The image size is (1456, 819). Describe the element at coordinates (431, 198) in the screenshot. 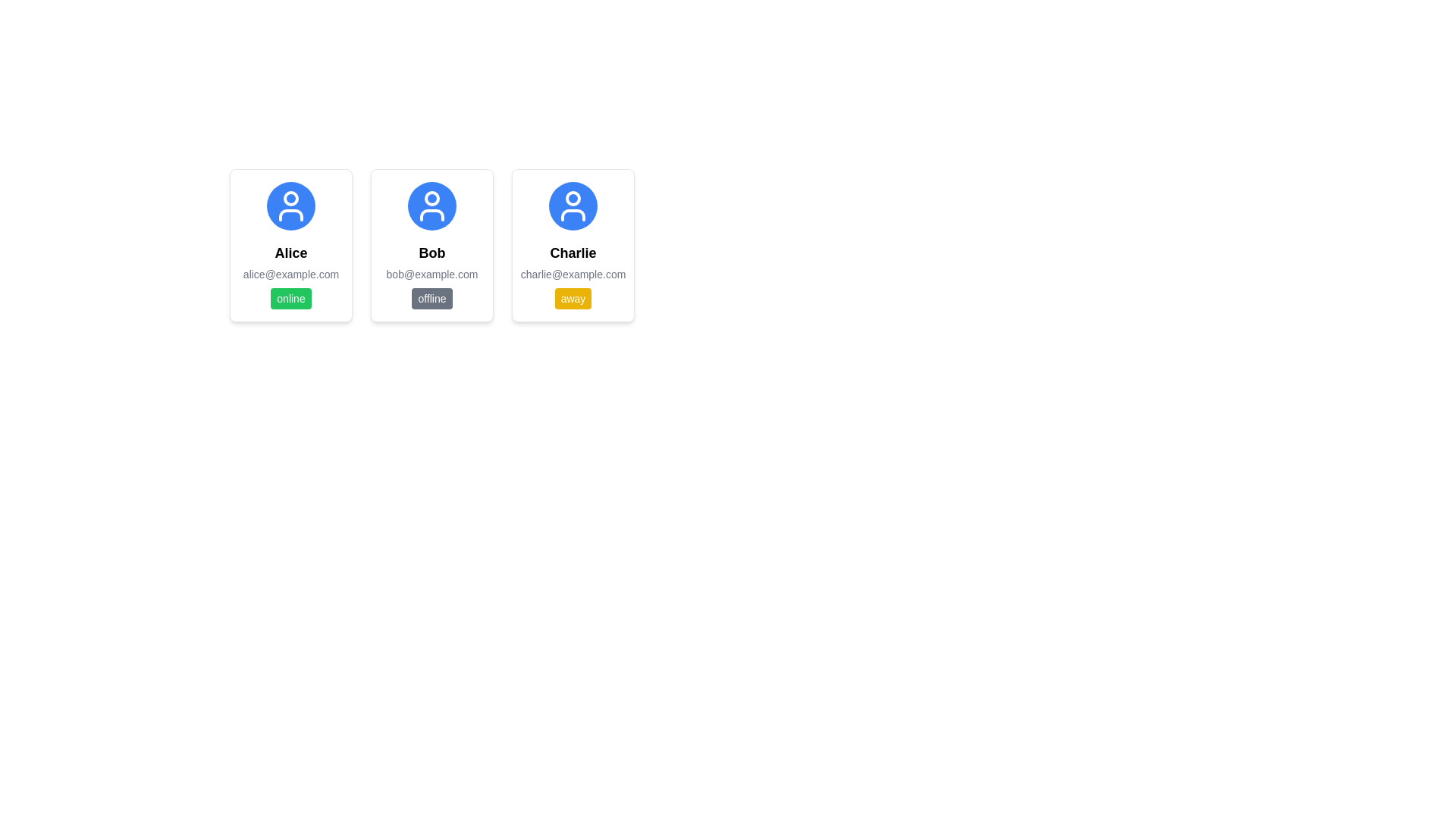

I see `the decorative circle SVG element that represents the user's head in the user profile icon located in the middle card (Bob)` at that location.